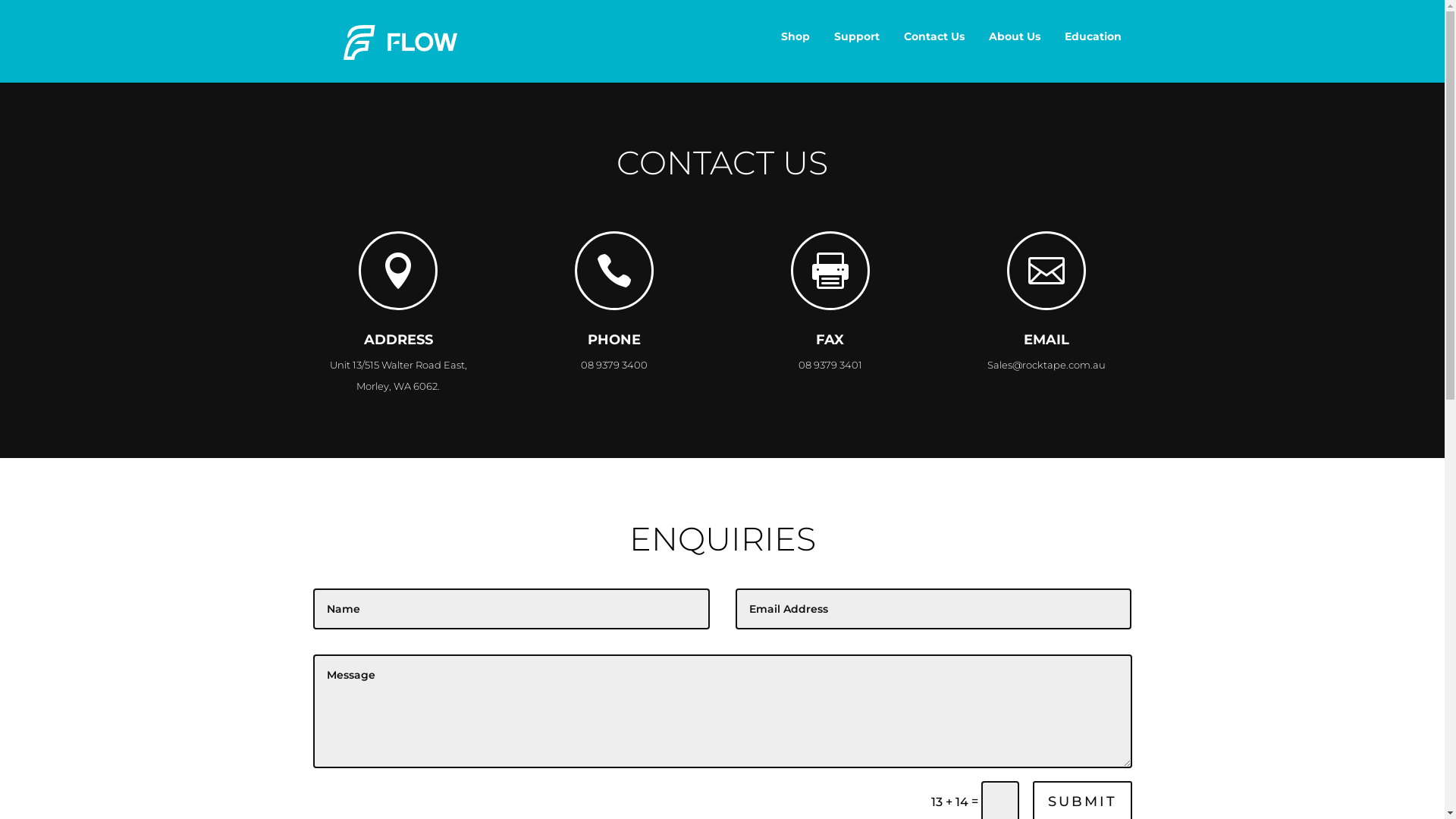 This screenshot has width=1456, height=819. Describe the element at coordinates (795, 35) in the screenshot. I see `'Shop'` at that location.